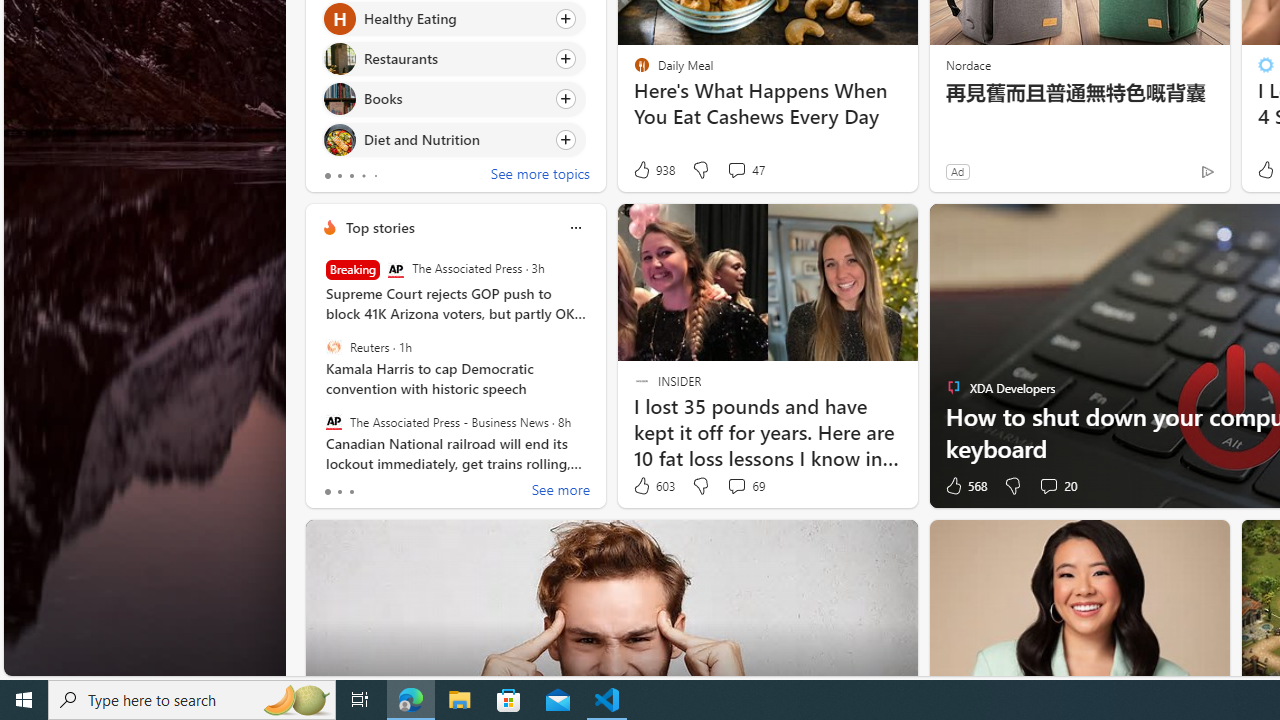 The image size is (1280, 720). Describe the element at coordinates (735, 168) in the screenshot. I see `'View comments 47 Comment'` at that location.